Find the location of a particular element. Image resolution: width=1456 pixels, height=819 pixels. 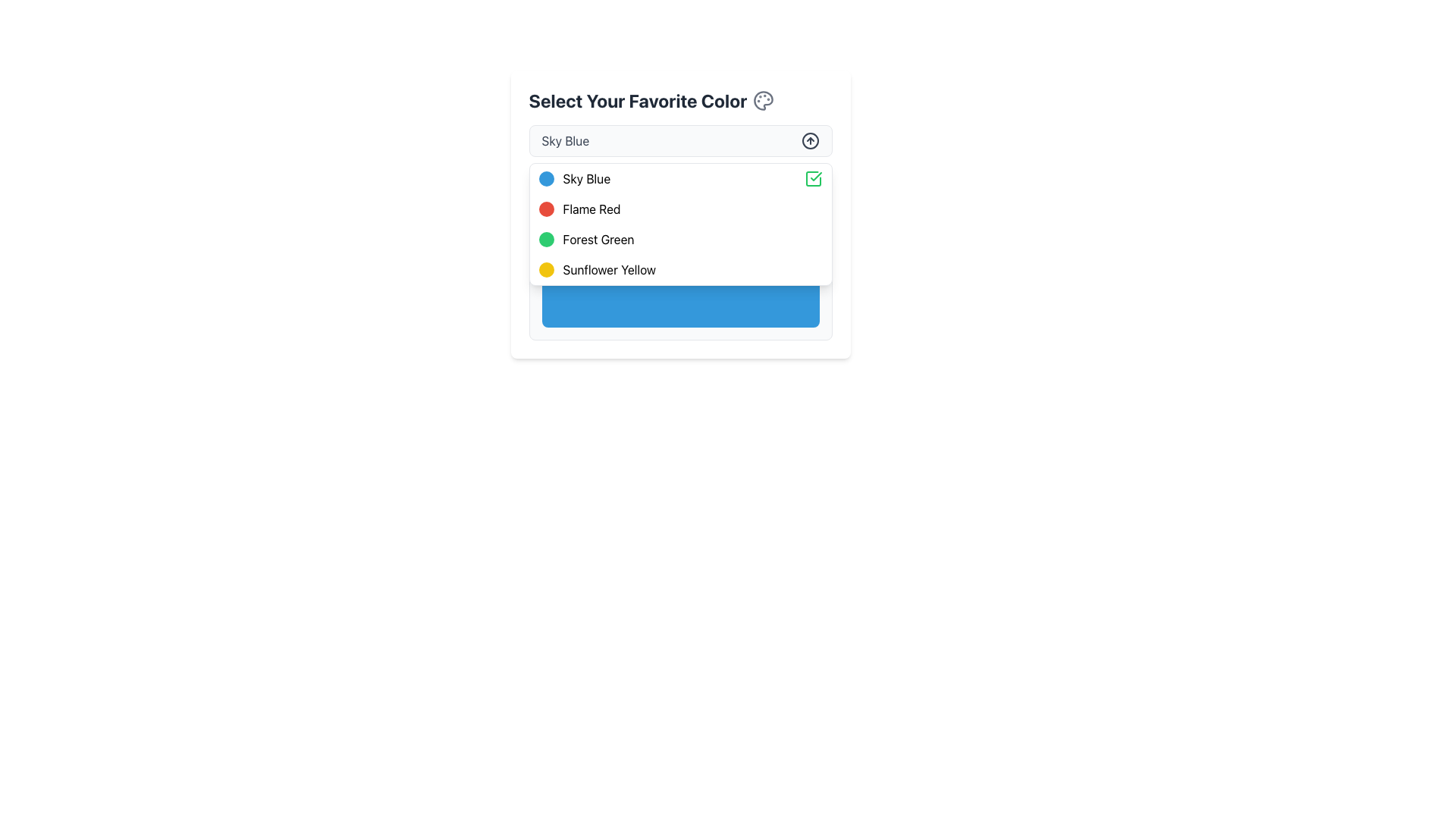

the text label displaying 'Sky Blue' which is part of the dropdown menu titled 'Select Your Favorite Color' is located at coordinates (585, 177).